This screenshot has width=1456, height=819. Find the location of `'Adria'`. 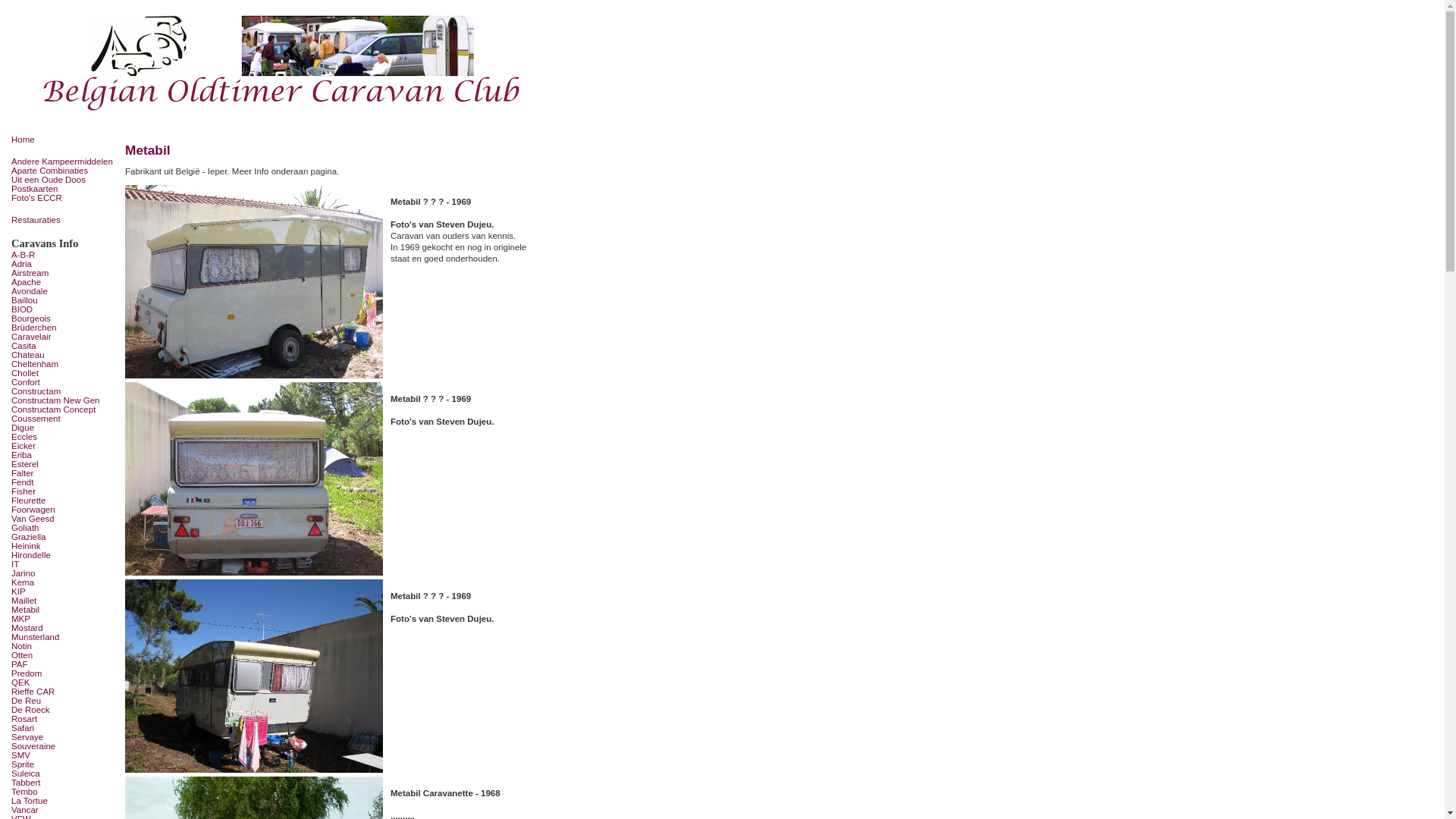

'Adria' is located at coordinates (11, 262).